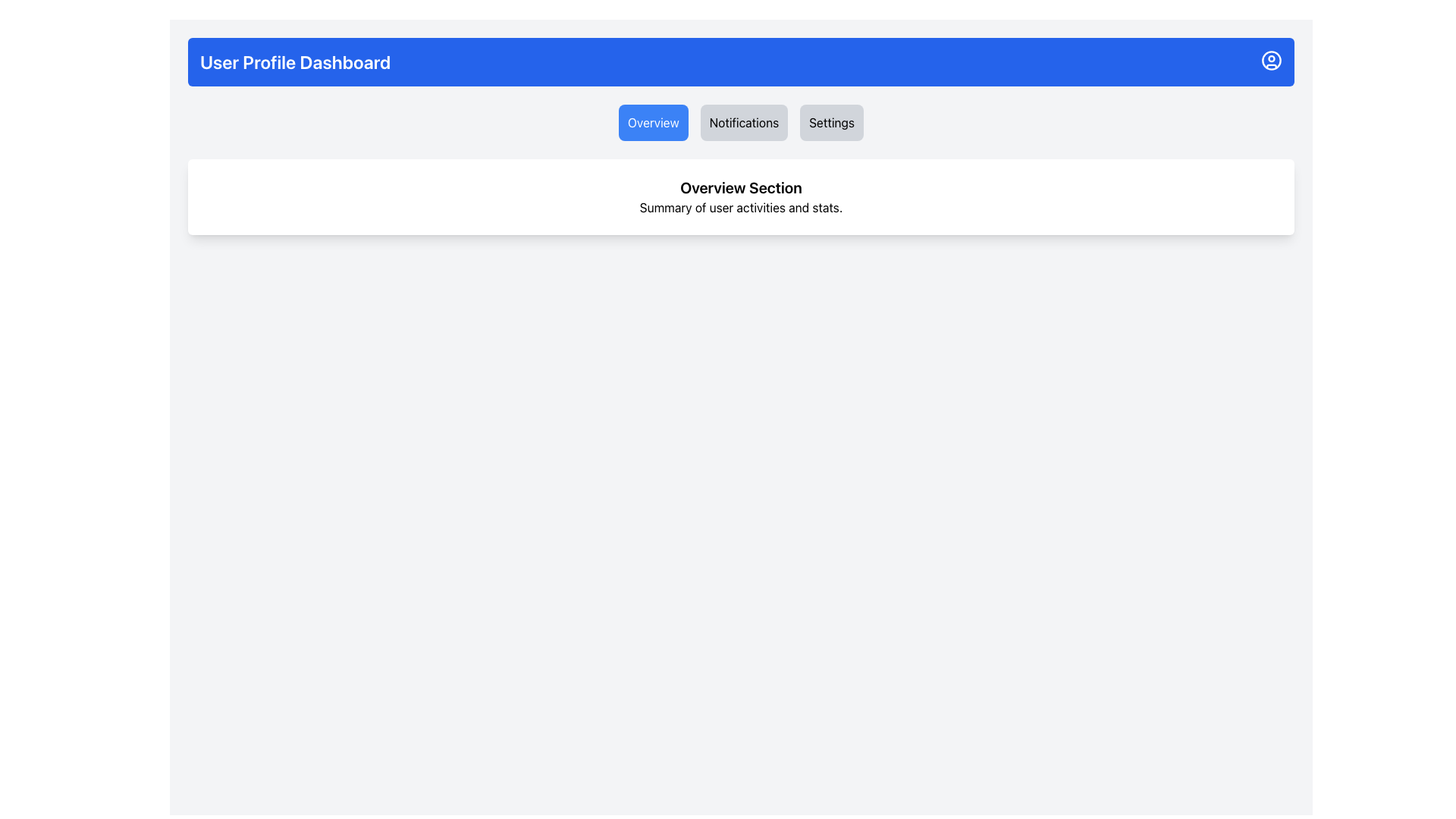  Describe the element at coordinates (1271, 60) in the screenshot. I see `the user profile icon located in the top right corner of the blue header bar labeled 'User Profile Dashboard'` at that location.